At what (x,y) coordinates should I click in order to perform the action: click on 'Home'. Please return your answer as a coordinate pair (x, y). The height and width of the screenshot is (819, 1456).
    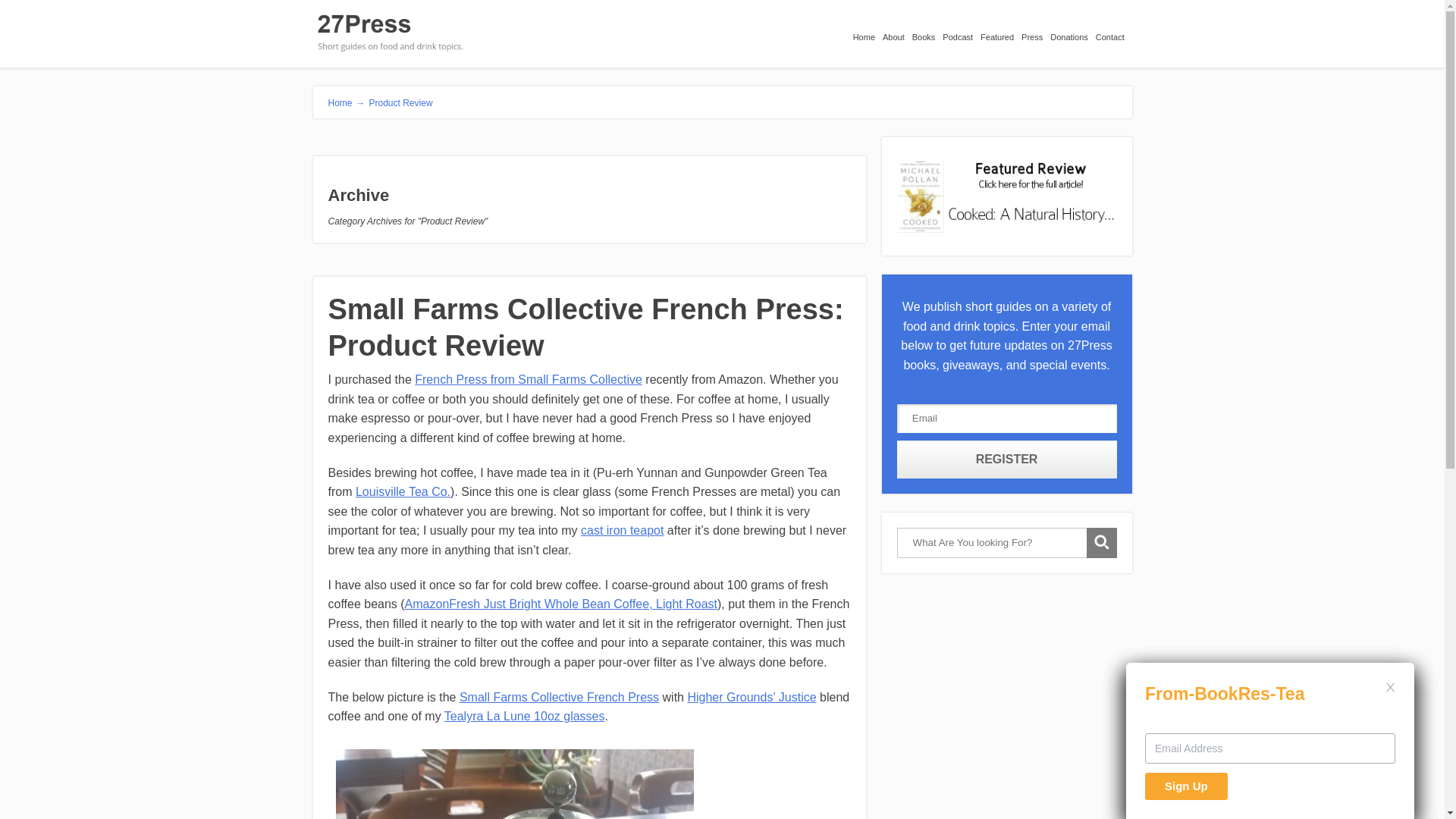
    Looking at the image, I should click on (852, 33).